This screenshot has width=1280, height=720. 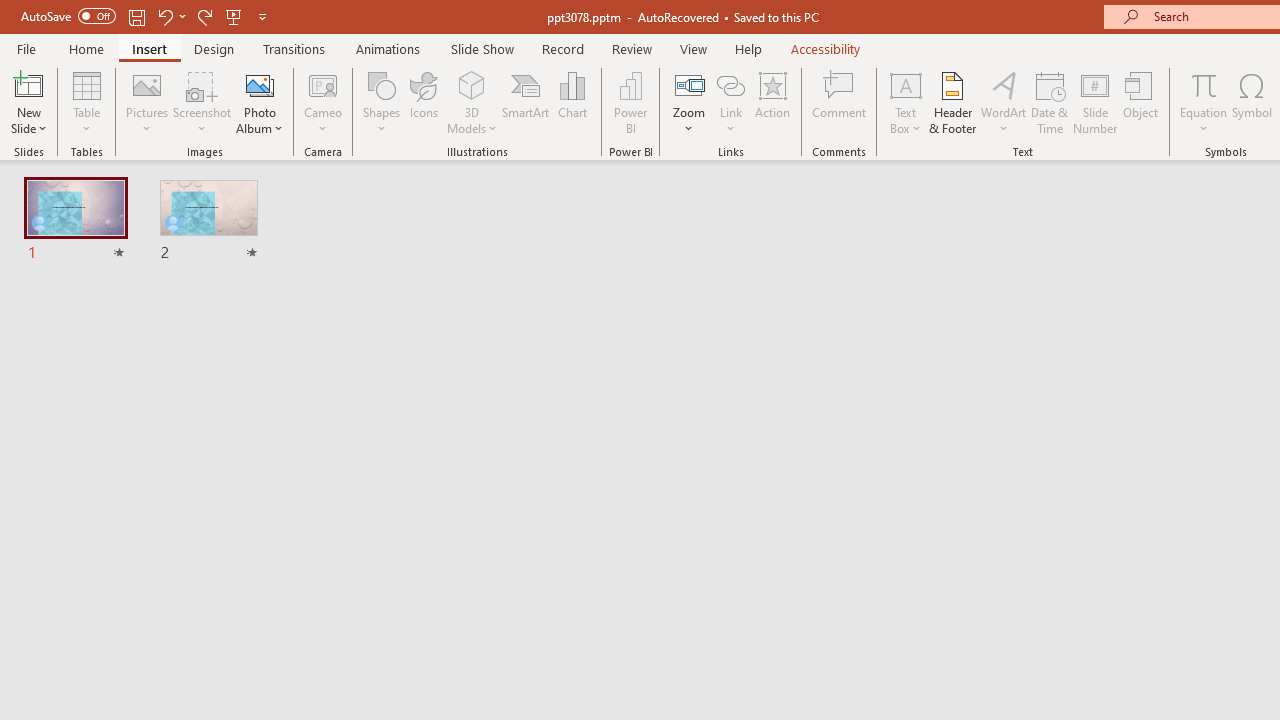 I want to click on 'Accessibility', so click(x=826, y=48).